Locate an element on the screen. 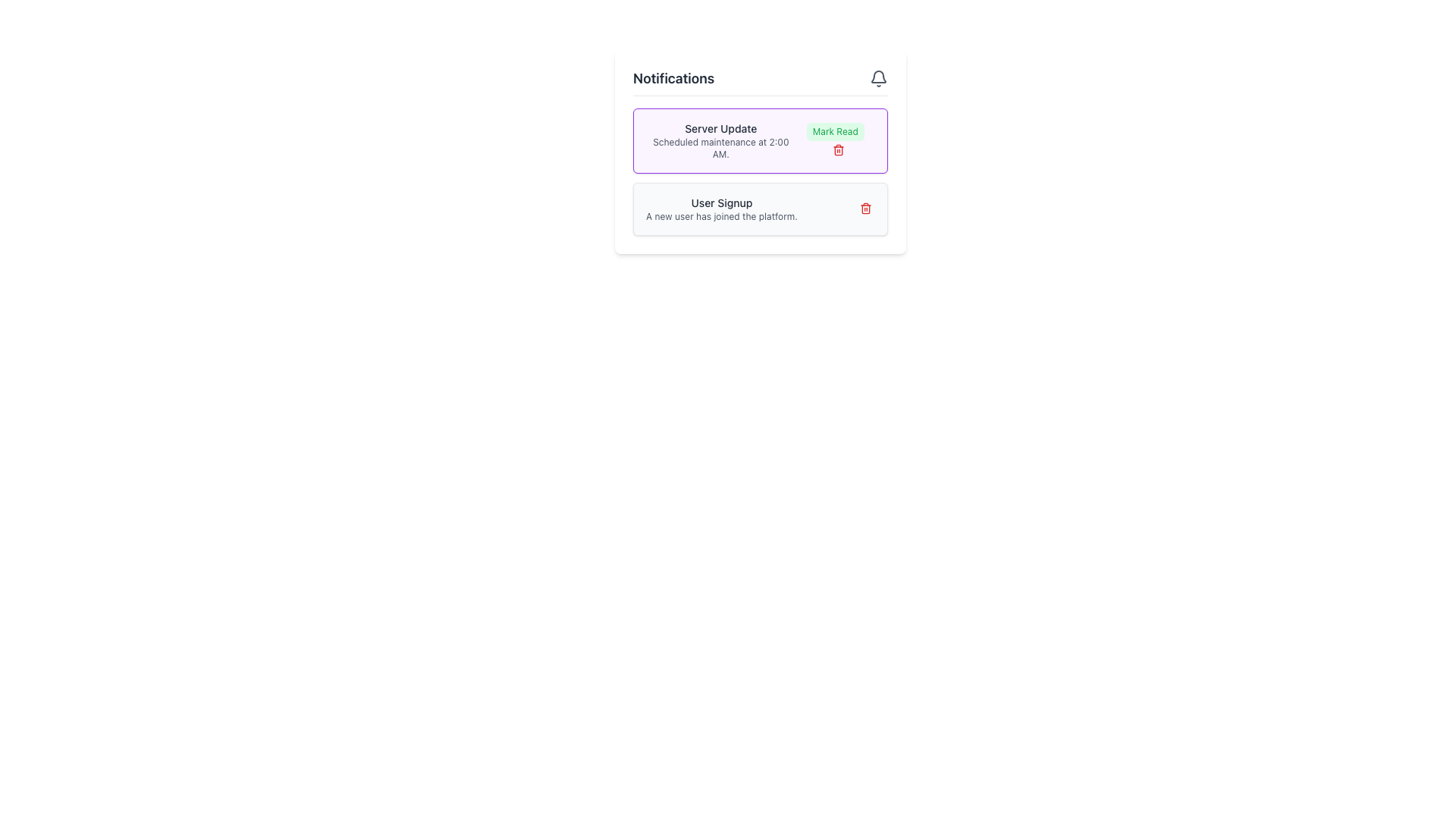 This screenshot has height=819, width=1456. the 'Server Update' text label, which is styled with medium font weight and dark gray color, located within the notification card is located at coordinates (720, 127).